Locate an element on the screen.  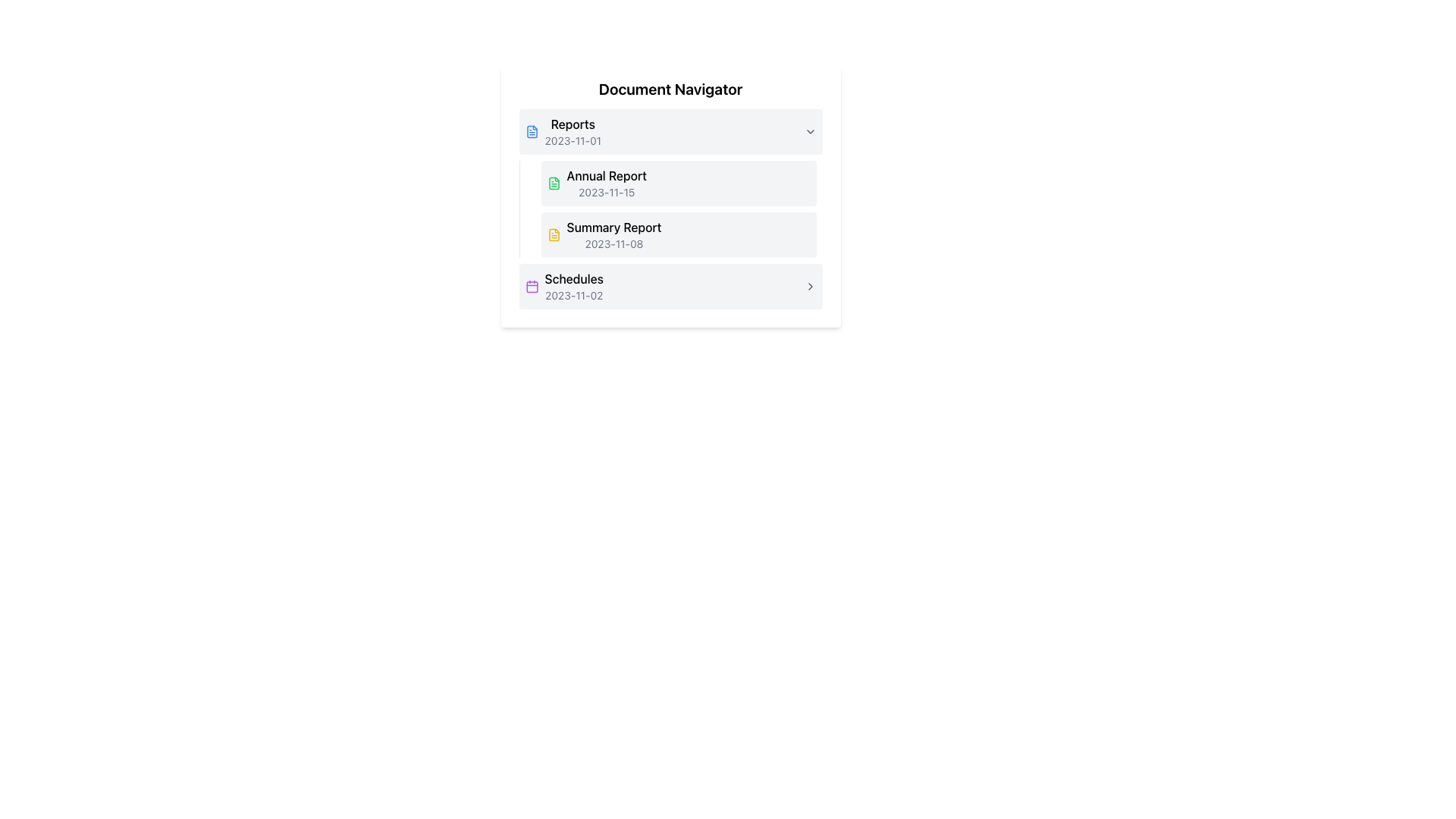
a report entry within the 'Document Navigator' is located at coordinates (670, 209).